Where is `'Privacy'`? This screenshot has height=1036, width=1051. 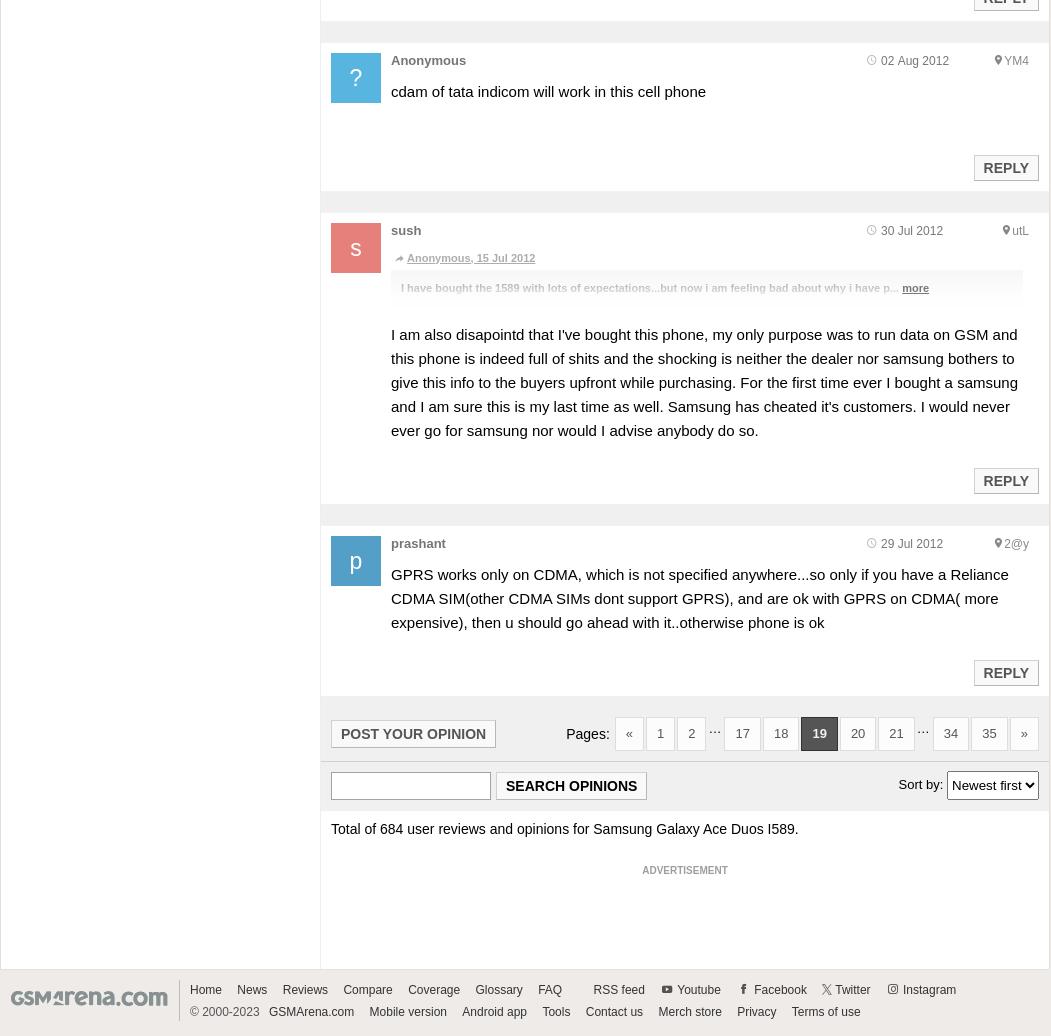
'Privacy' is located at coordinates (756, 1011).